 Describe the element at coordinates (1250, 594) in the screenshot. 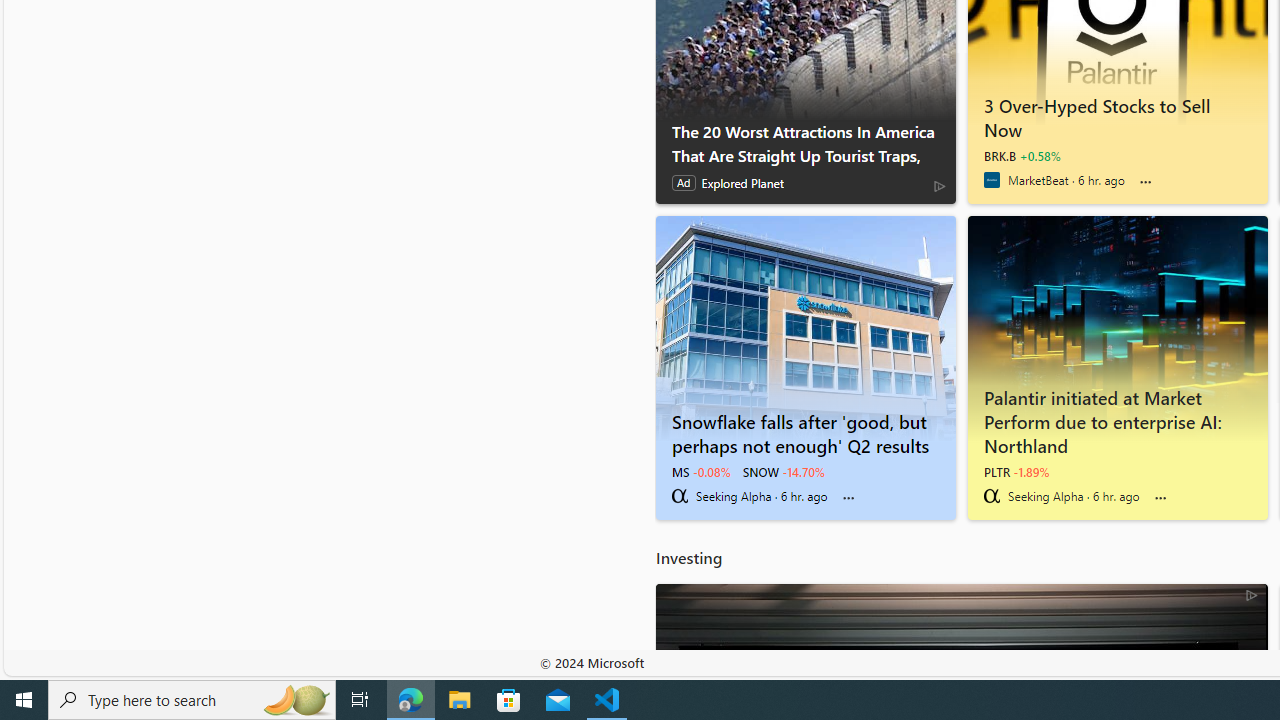

I see `'AdChoices'` at that location.